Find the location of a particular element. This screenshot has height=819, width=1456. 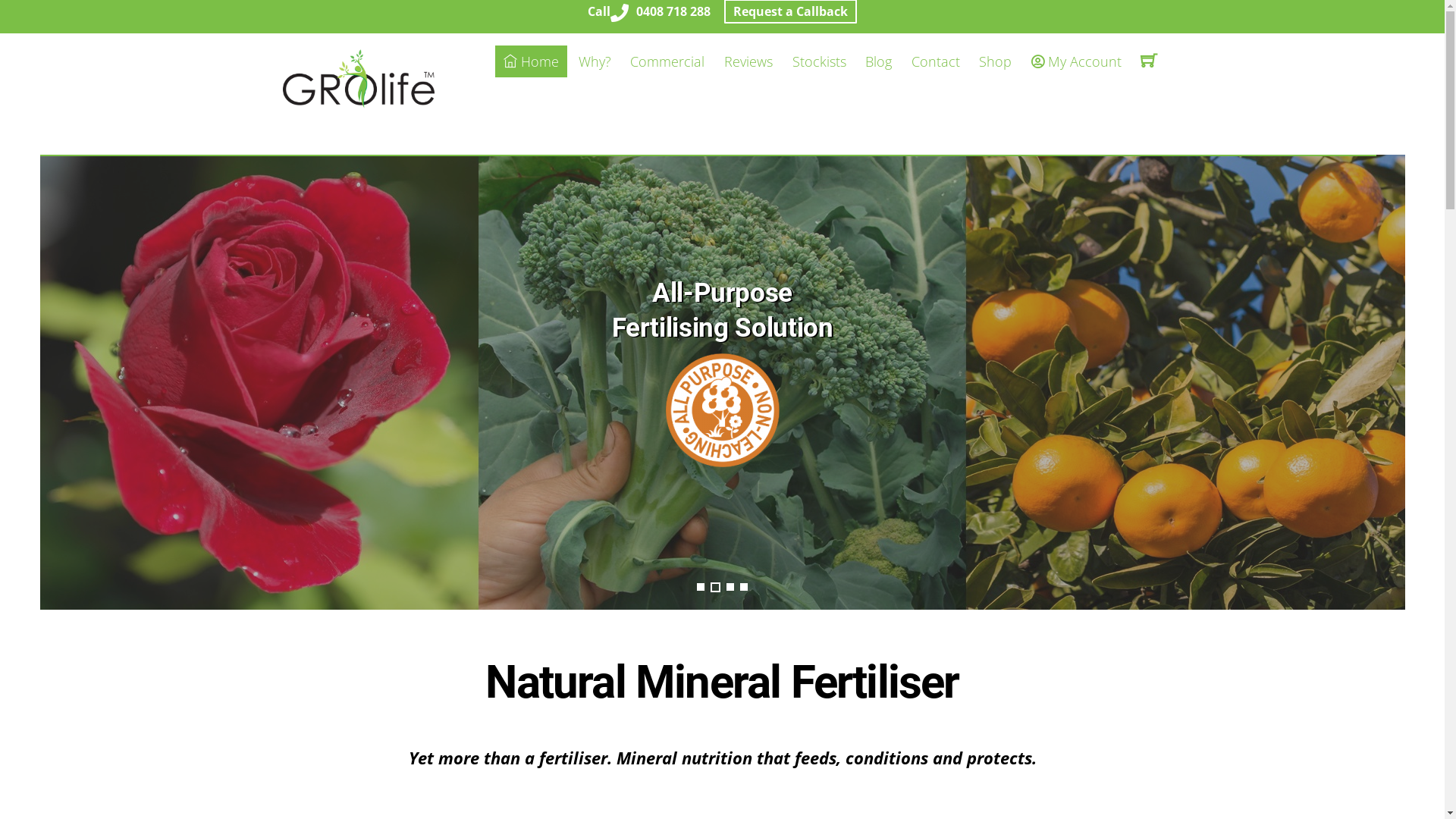

'Contact' is located at coordinates (934, 61).